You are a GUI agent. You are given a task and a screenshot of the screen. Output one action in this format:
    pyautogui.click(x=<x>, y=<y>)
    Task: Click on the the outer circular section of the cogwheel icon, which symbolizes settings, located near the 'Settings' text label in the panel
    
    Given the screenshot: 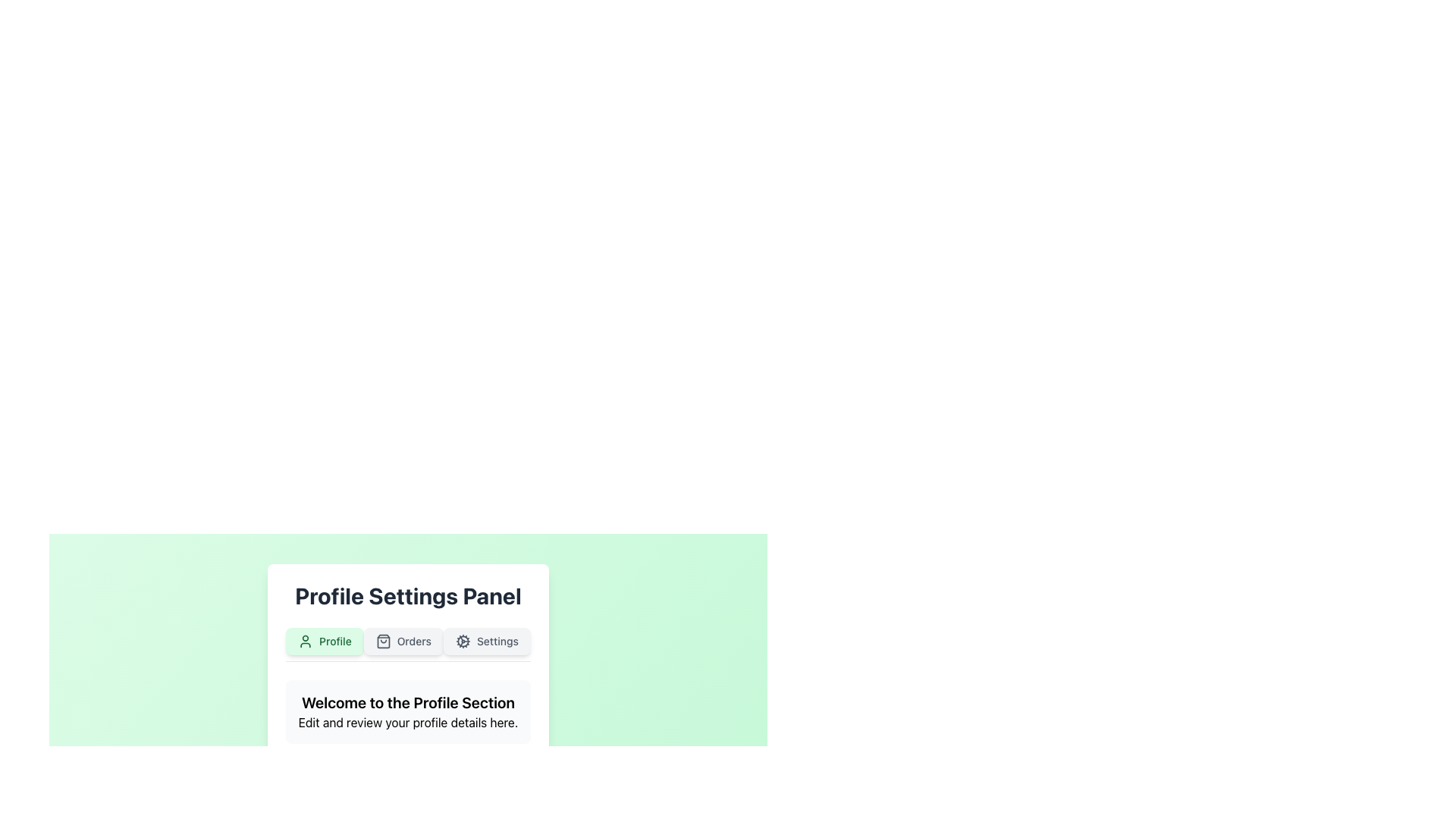 What is the action you would take?
    pyautogui.click(x=462, y=641)
    